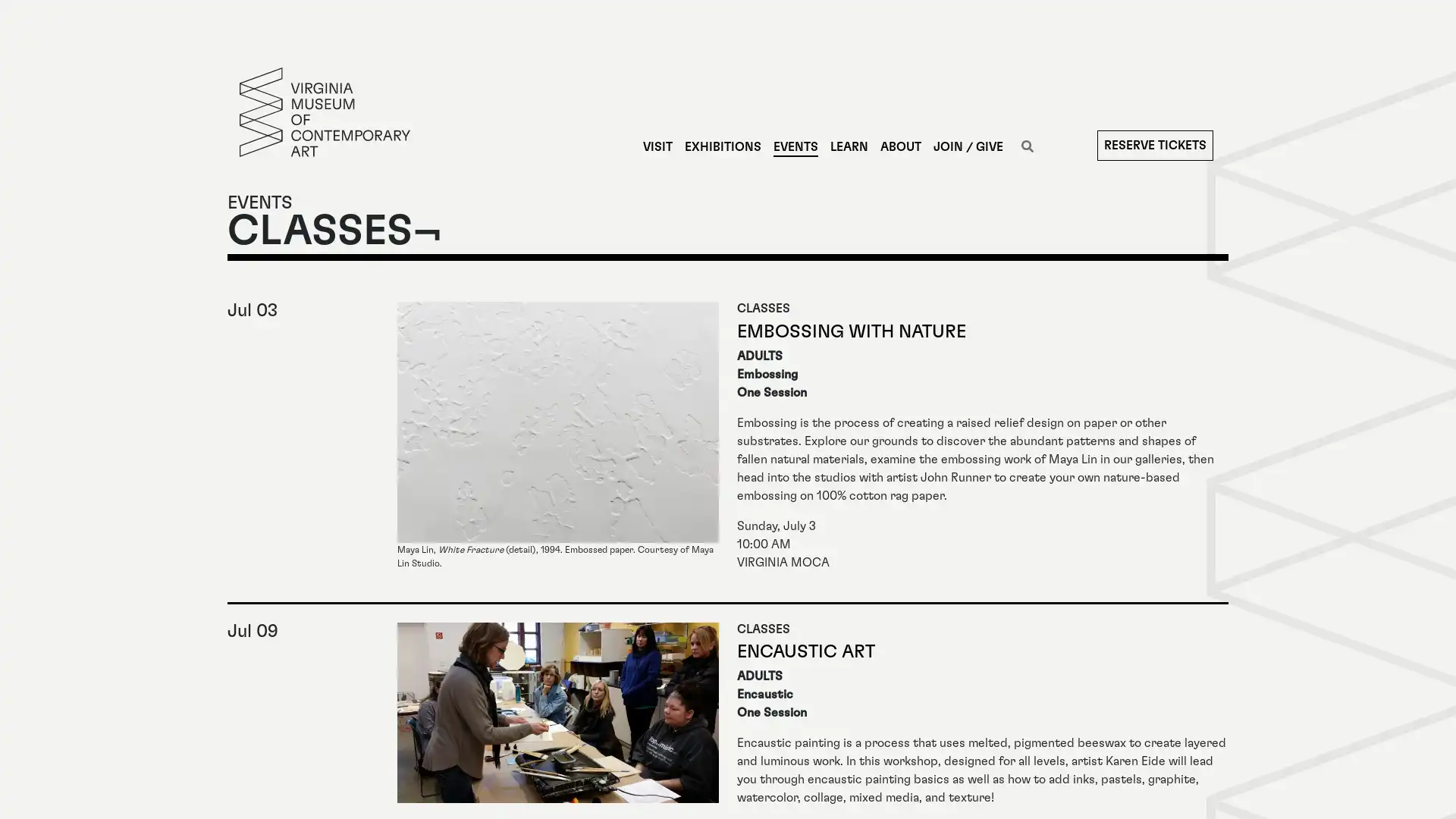 This screenshot has width=1456, height=819. What do you see at coordinates (794, 146) in the screenshot?
I see `EVENTS` at bounding box center [794, 146].